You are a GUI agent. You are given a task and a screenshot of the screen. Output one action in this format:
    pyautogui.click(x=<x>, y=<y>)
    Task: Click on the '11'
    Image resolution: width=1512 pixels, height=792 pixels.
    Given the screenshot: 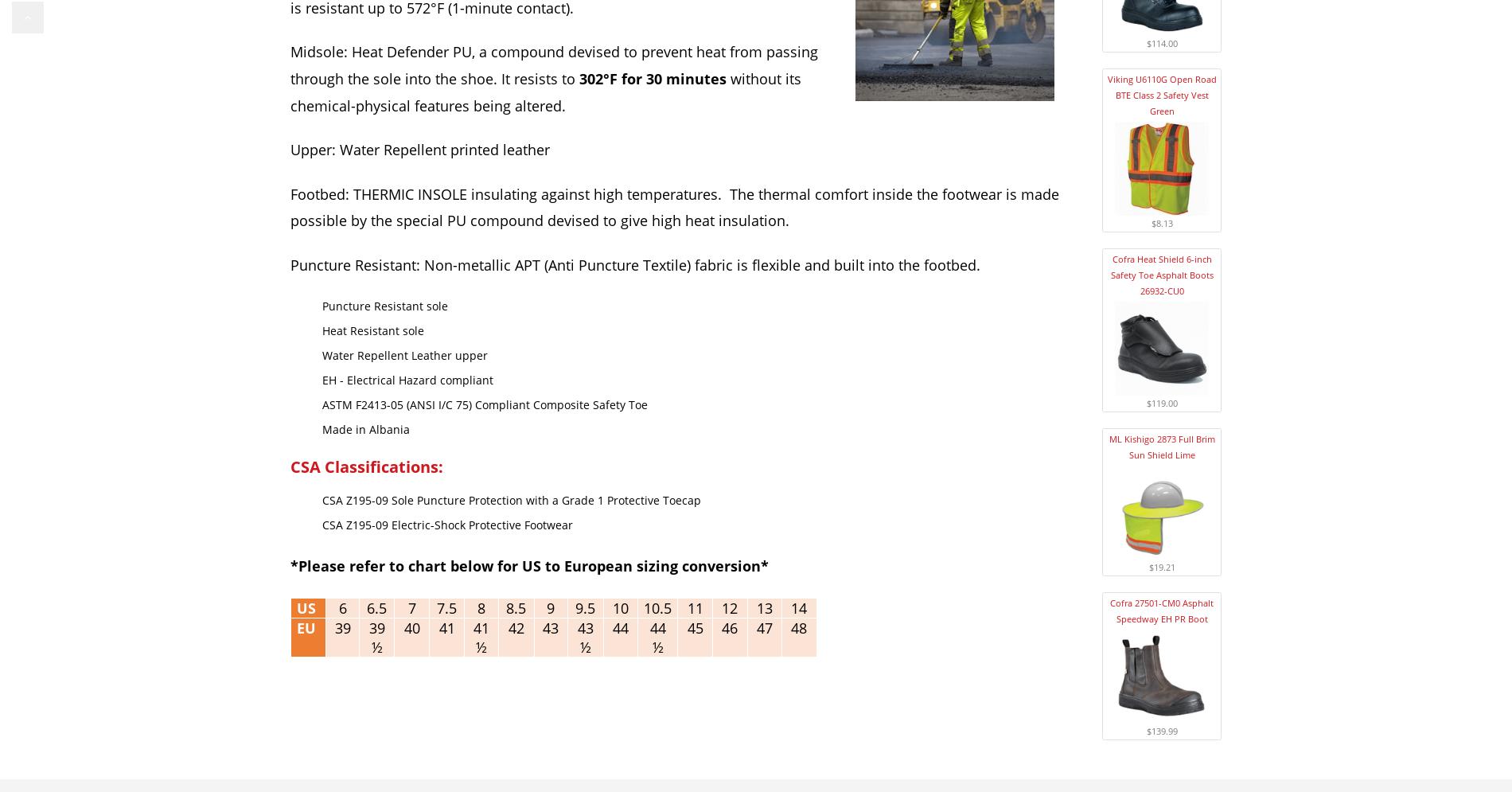 What is the action you would take?
    pyautogui.click(x=694, y=607)
    